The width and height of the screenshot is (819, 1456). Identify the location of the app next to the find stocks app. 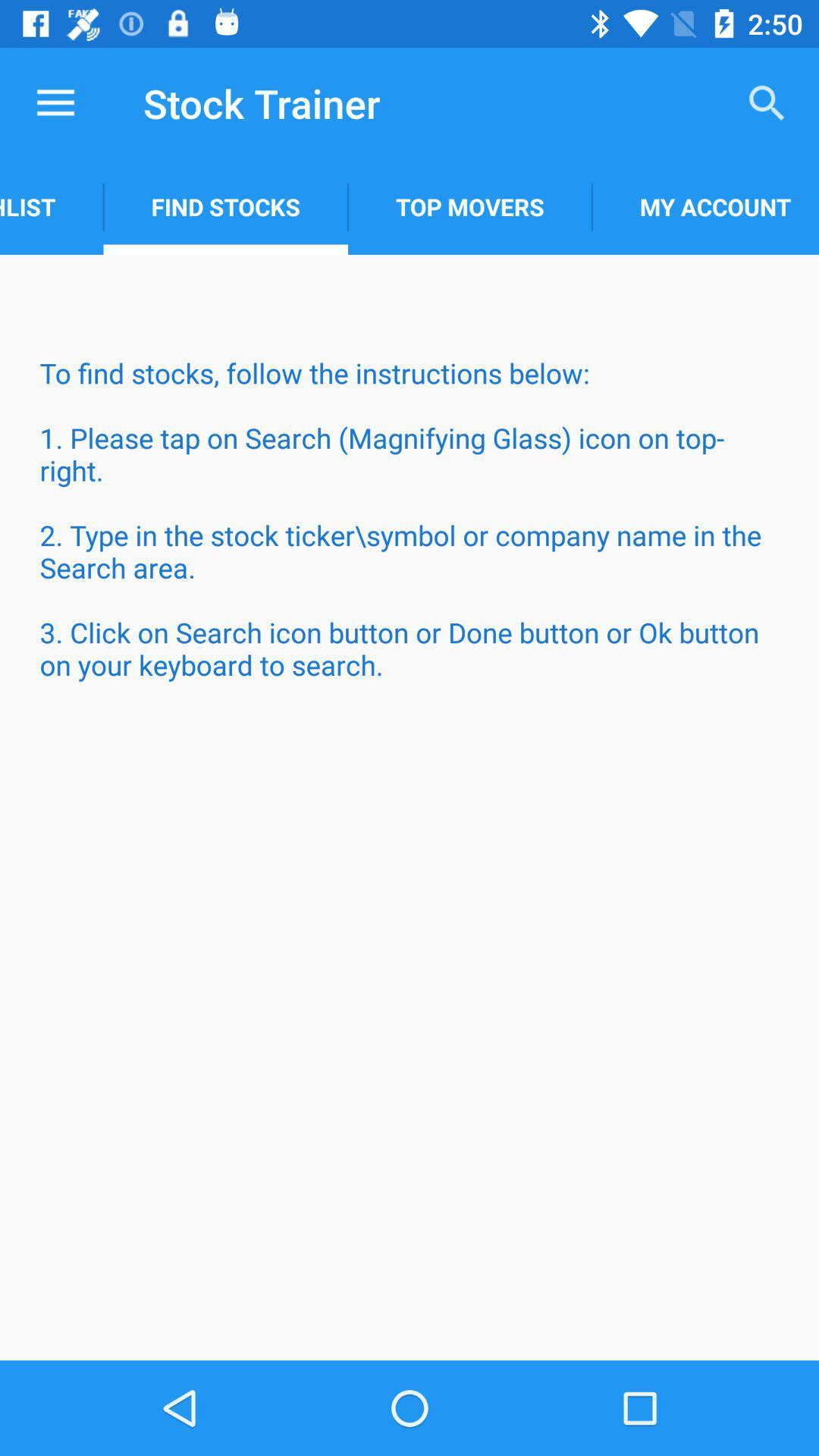
(469, 206).